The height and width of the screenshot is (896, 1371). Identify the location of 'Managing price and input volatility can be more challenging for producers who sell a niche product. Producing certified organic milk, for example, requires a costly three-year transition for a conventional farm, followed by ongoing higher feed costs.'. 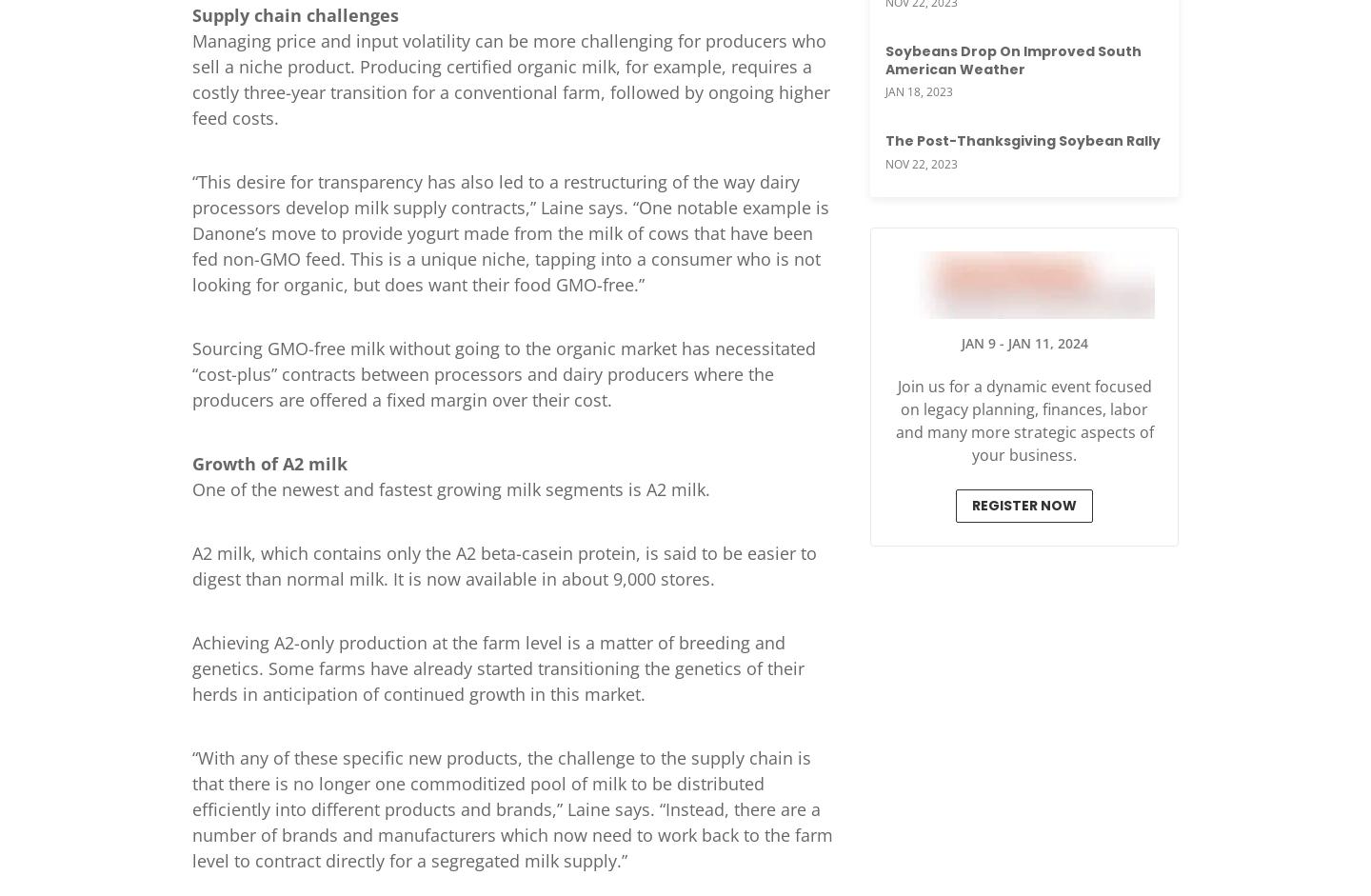
(509, 77).